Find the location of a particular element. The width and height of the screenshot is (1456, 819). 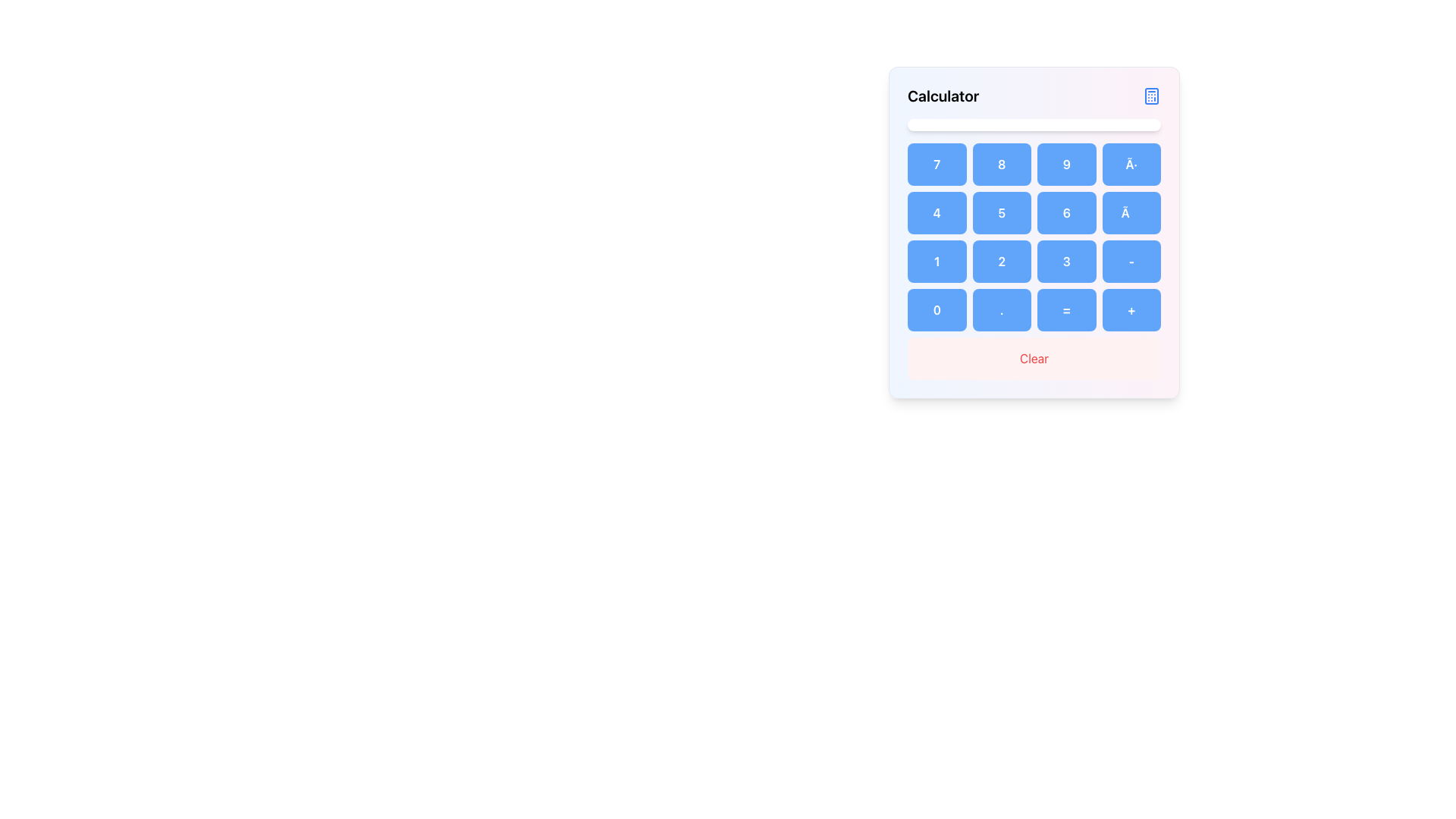

the square-shaped button with a blue background and white text displaying '9' to input the number '9' in the calculator interface is located at coordinates (1065, 164).